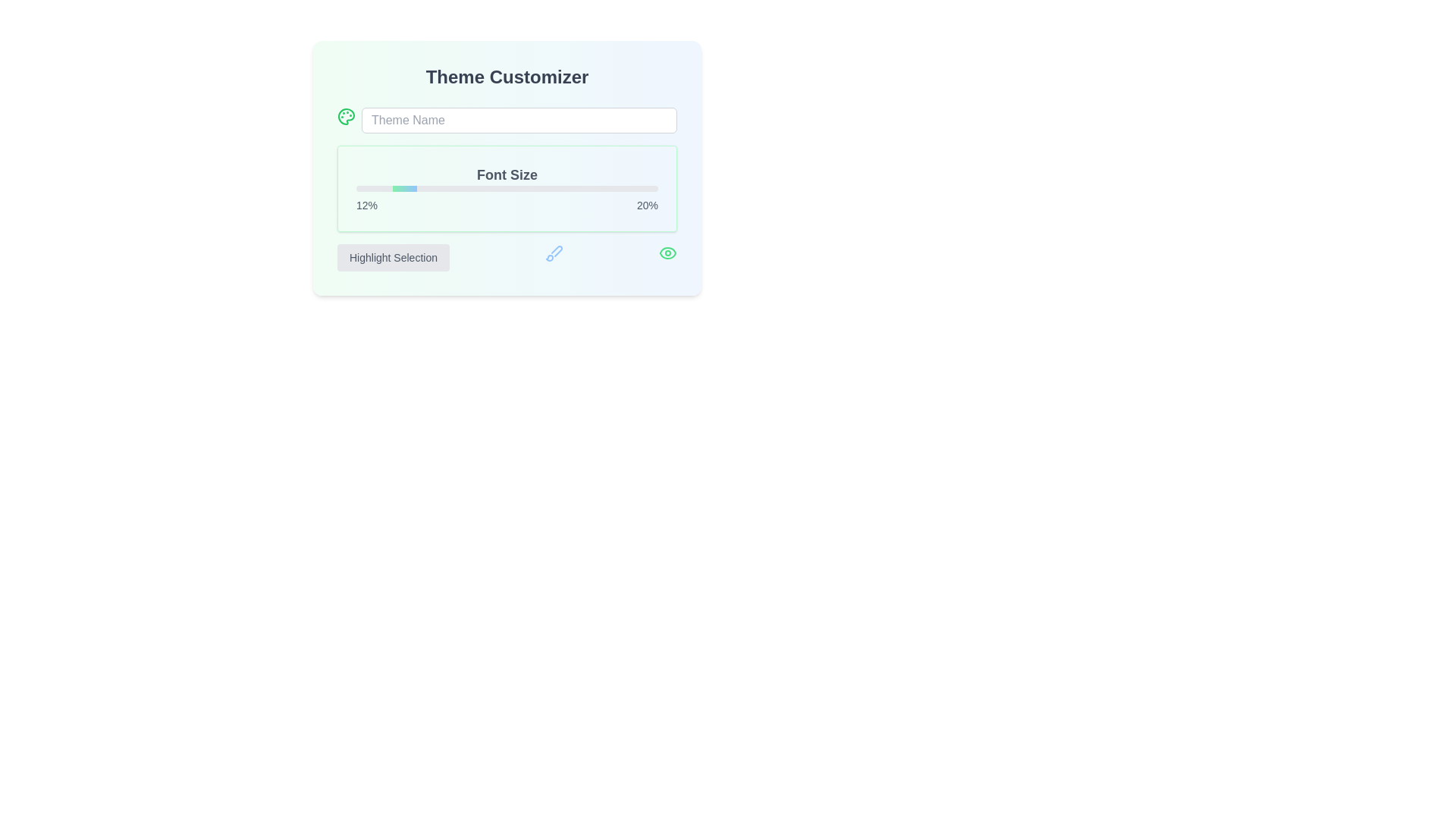 The height and width of the screenshot is (819, 1456). What do you see at coordinates (356, 188) in the screenshot?
I see `the slider` at bounding box center [356, 188].